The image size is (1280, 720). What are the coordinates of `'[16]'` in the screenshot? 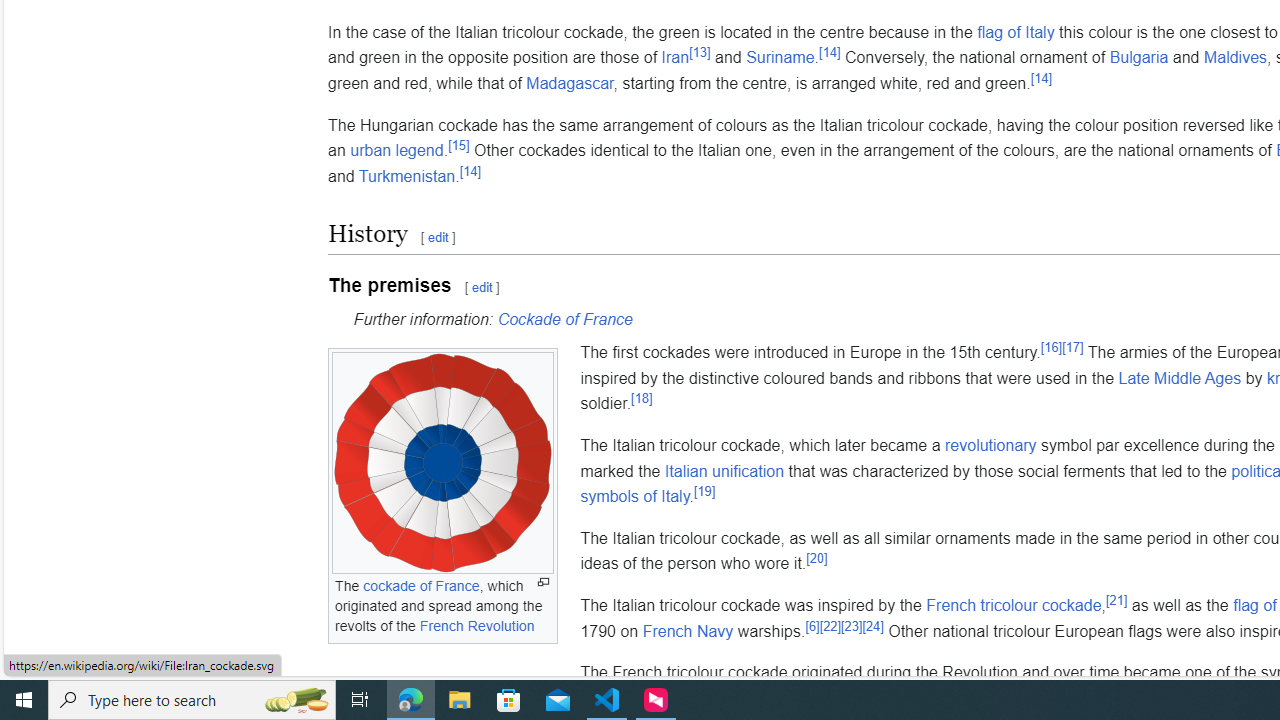 It's located at (1049, 346).